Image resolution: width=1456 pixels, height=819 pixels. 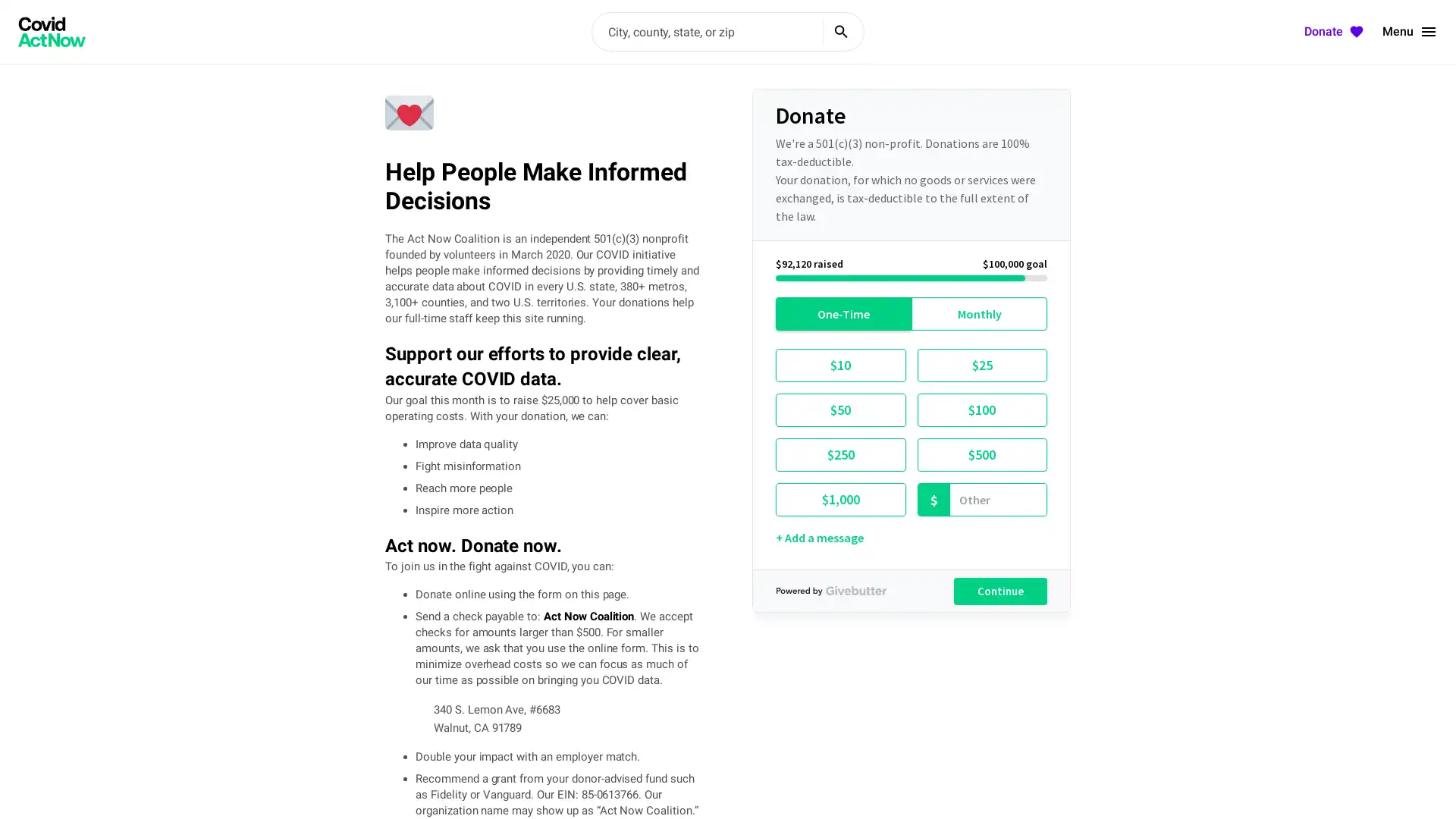 What do you see at coordinates (1409, 32) in the screenshot?
I see `Menu` at bounding box center [1409, 32].